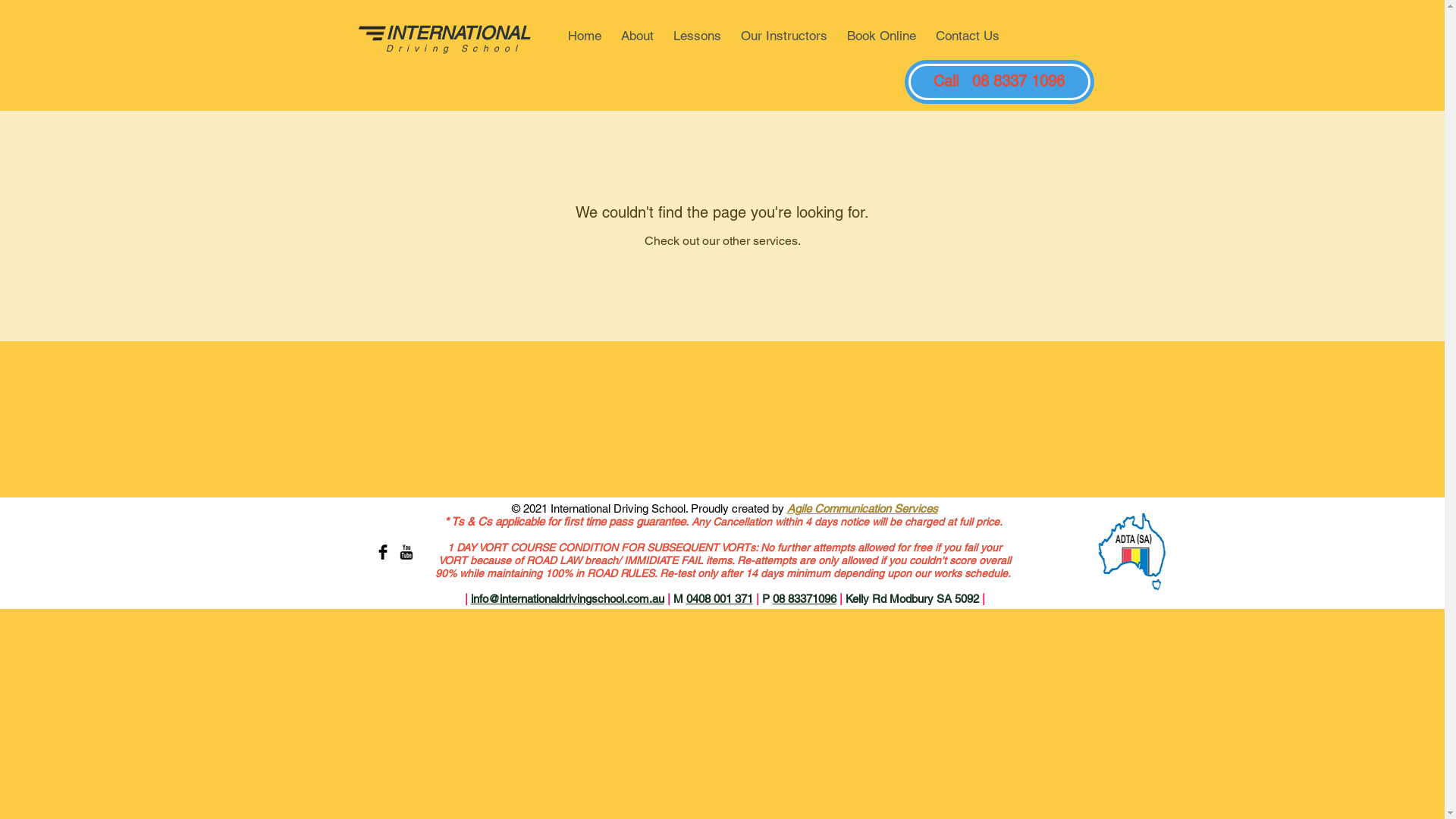 Image resolution: width=1456 pixels, height=819 pixels. Describe the element at coordinates (684, 598) in the screenshot. I see `'0408 001 371'` at that location.